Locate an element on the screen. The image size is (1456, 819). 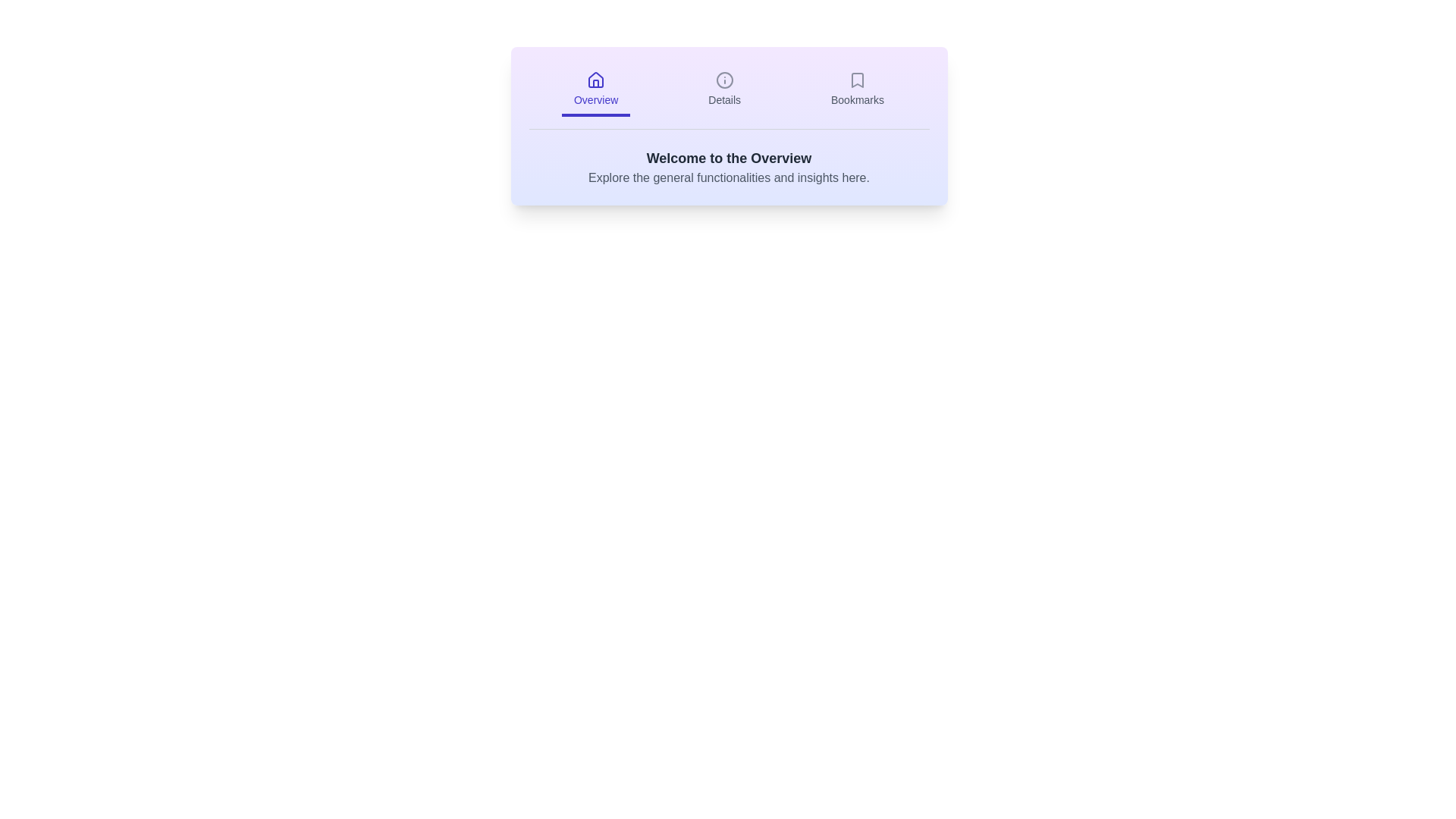
the heading text element that introduces the content area with a welcoming phrase, located at the upper portion of the card section is located at coordinates (729, 158).